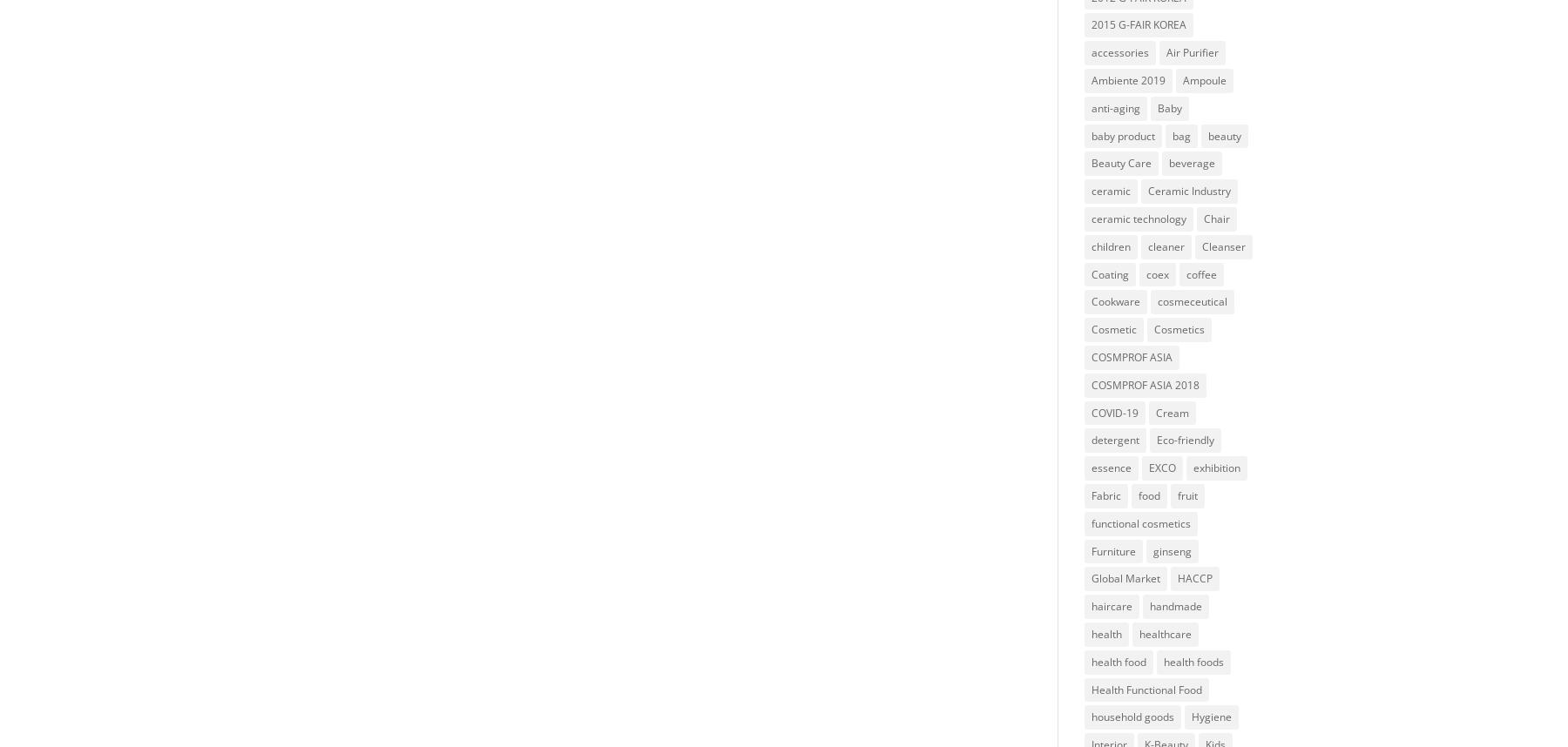  Describe the element at coordinates (1209, 716) in the screenshot. I see `'Hygiene'` at that location.